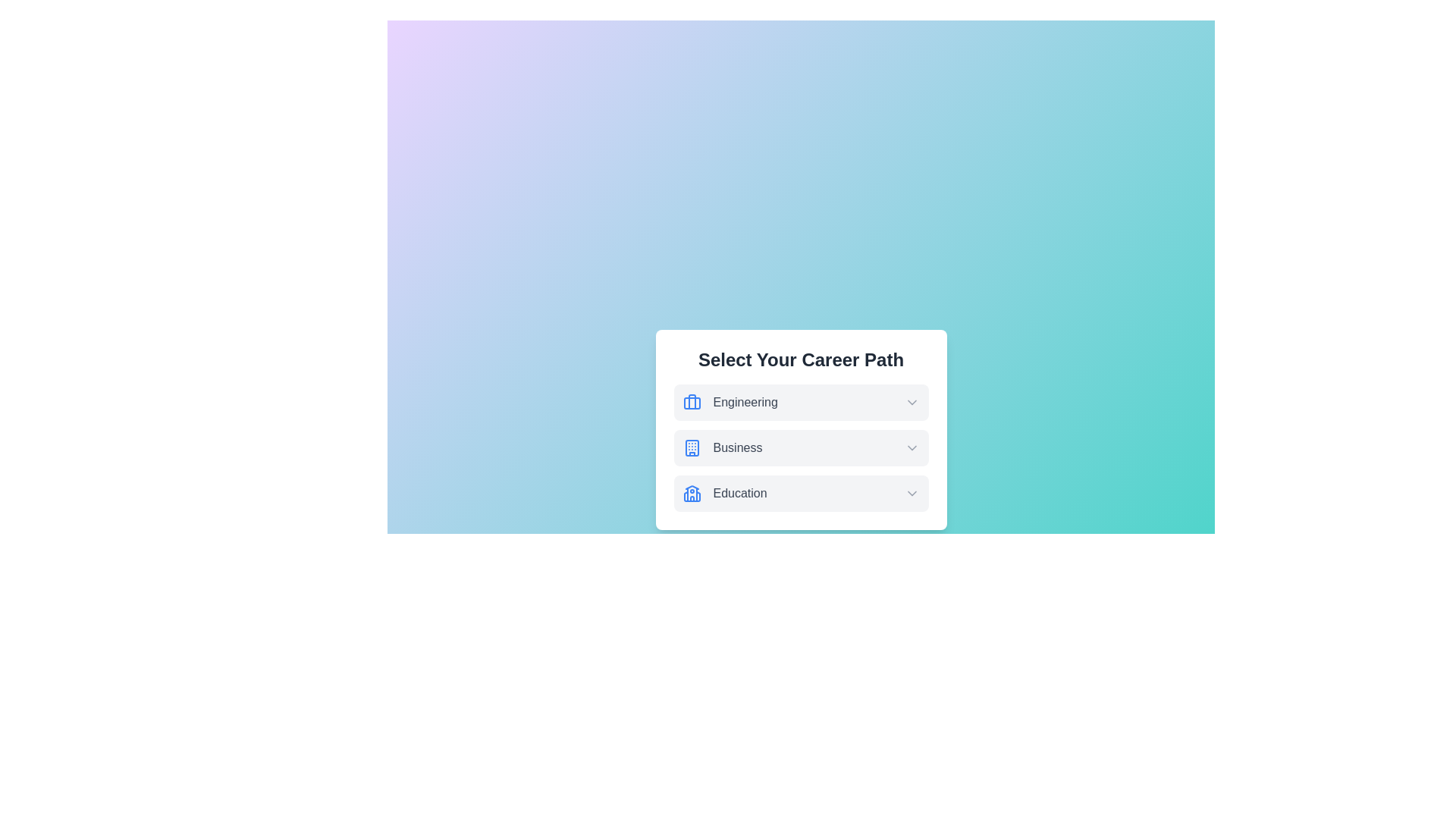 The height and width of the screenshot is (819, 1456). What do you see at coordinates (800, 447) in the screenshot?
I see `the career option Business from the dialog` at bounding box center [800, 447].